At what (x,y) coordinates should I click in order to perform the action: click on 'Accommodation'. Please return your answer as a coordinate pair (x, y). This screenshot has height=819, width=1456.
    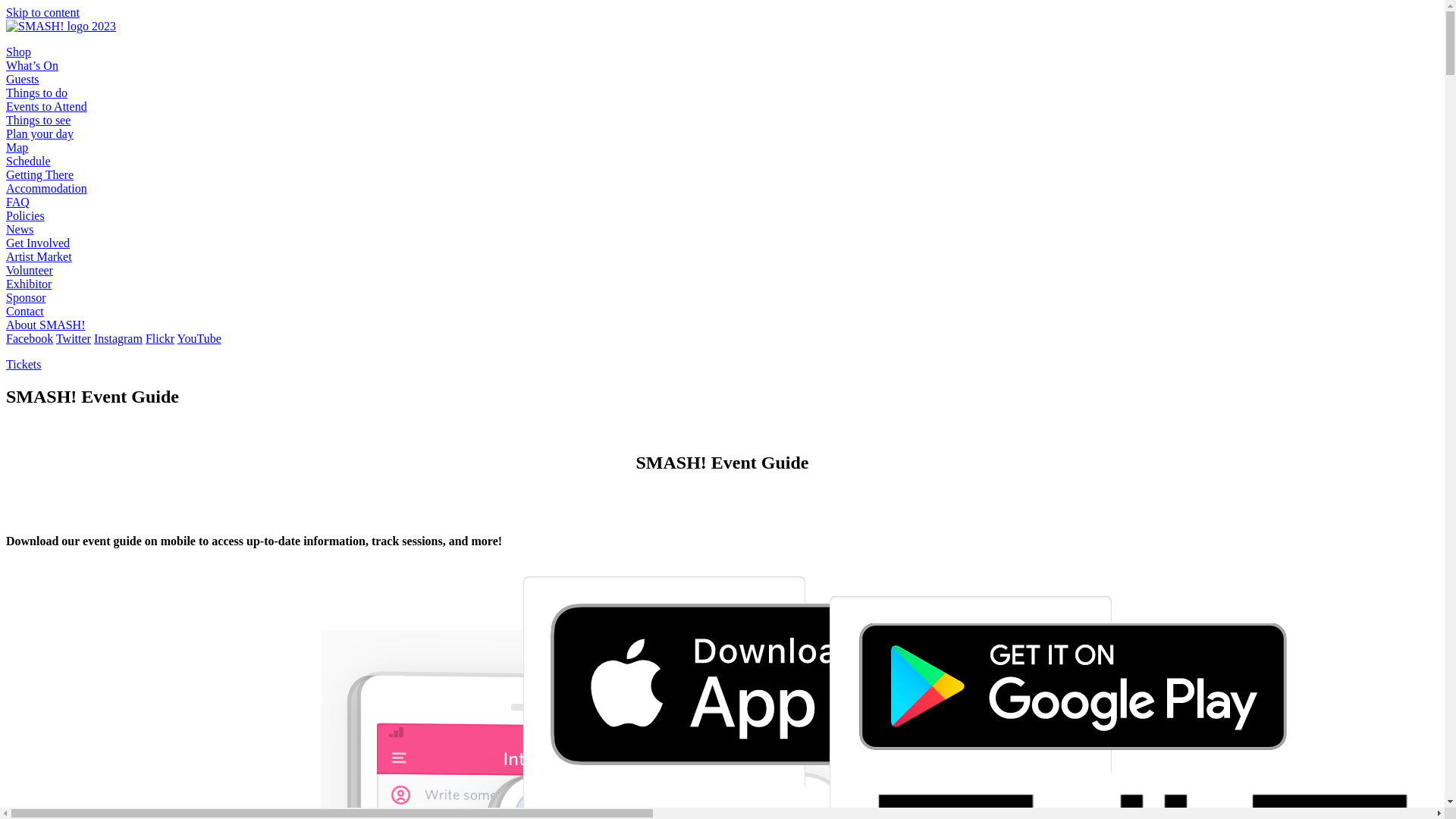
    Looking at the image, I should click on (6, 187).